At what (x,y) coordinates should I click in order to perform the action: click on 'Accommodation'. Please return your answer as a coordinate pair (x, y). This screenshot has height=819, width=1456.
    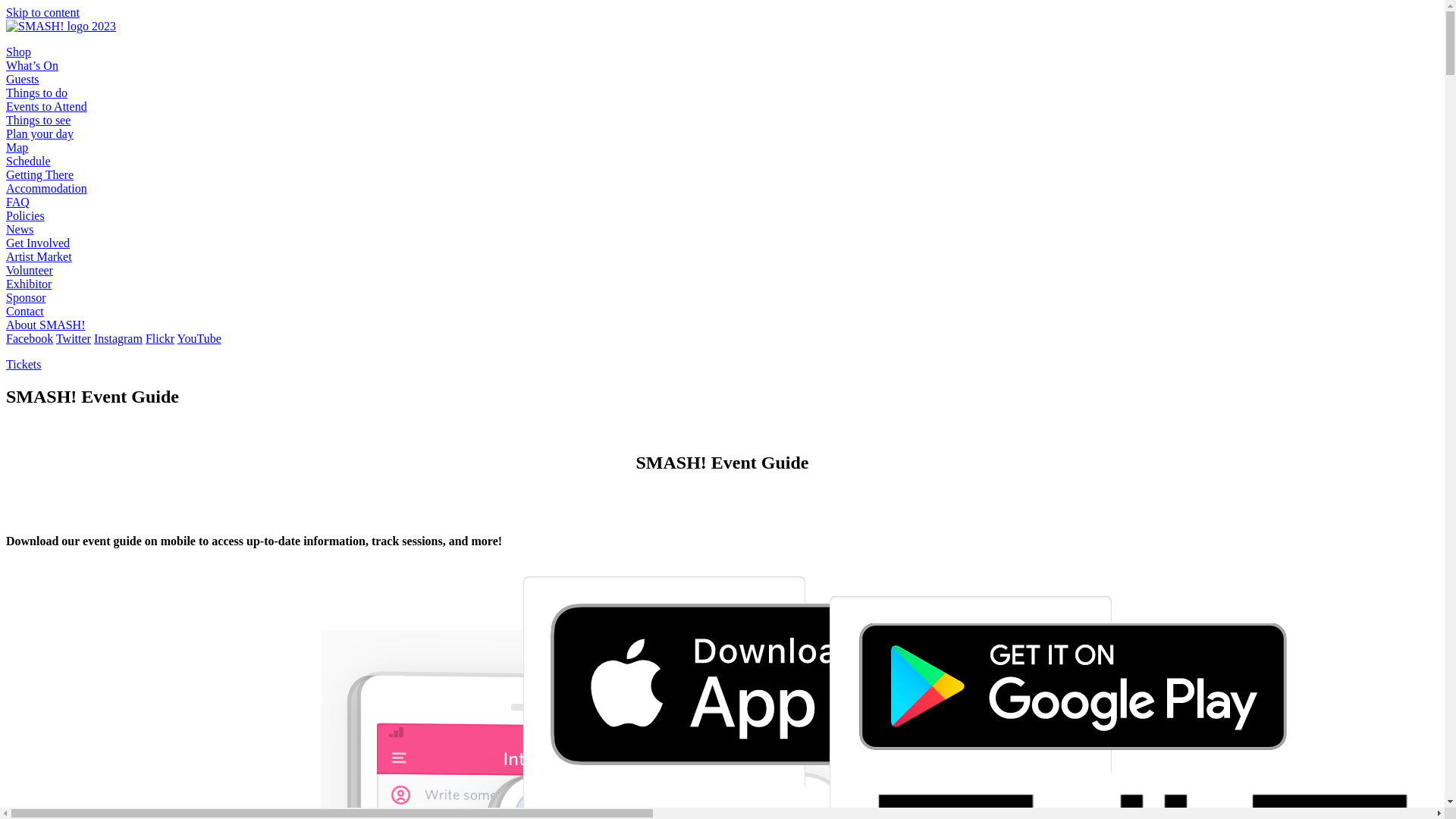
    Looking at the image, I should click on (6, 187).